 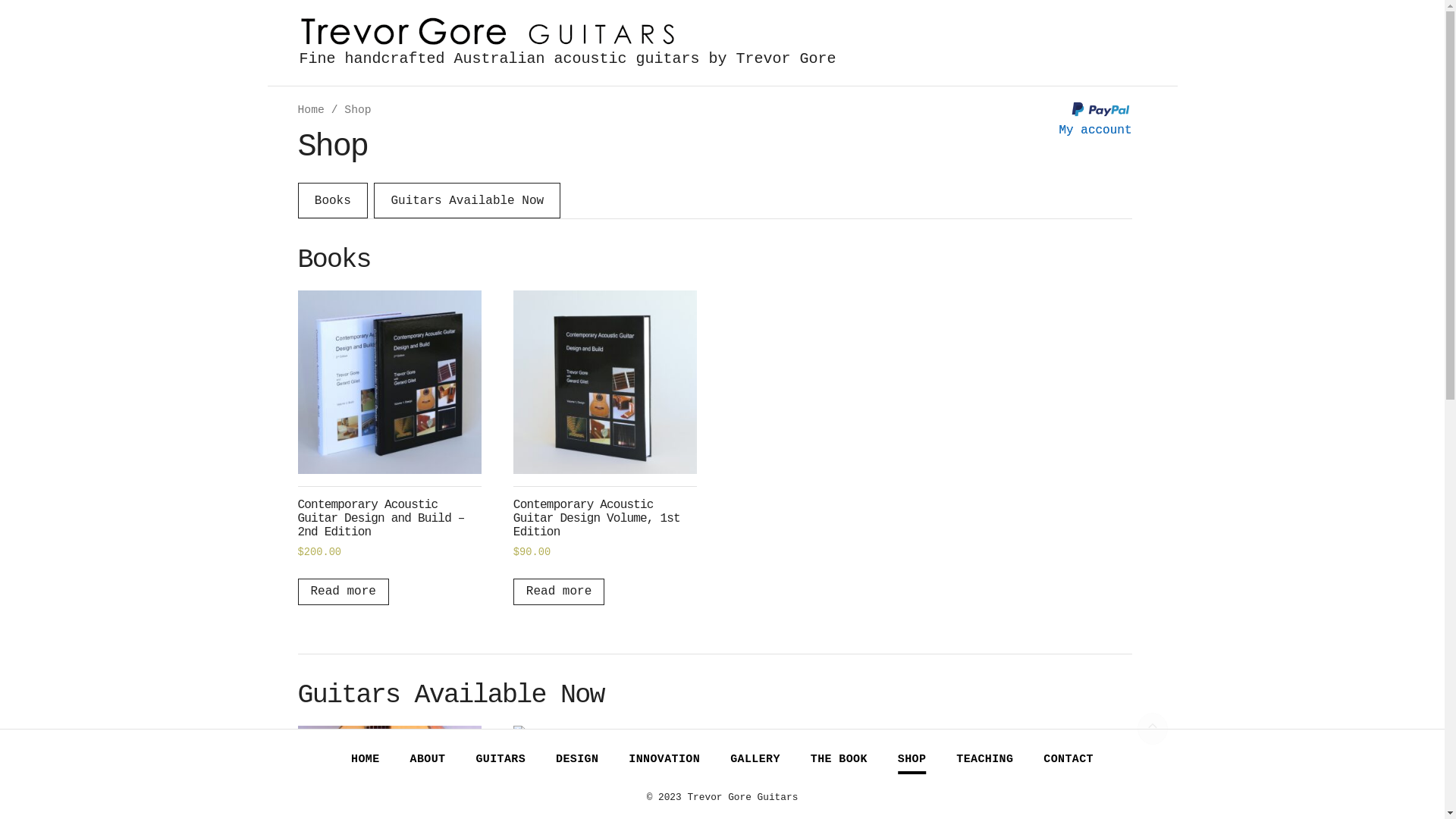 I want to click on 'Read more', so click(x=558, y=591).